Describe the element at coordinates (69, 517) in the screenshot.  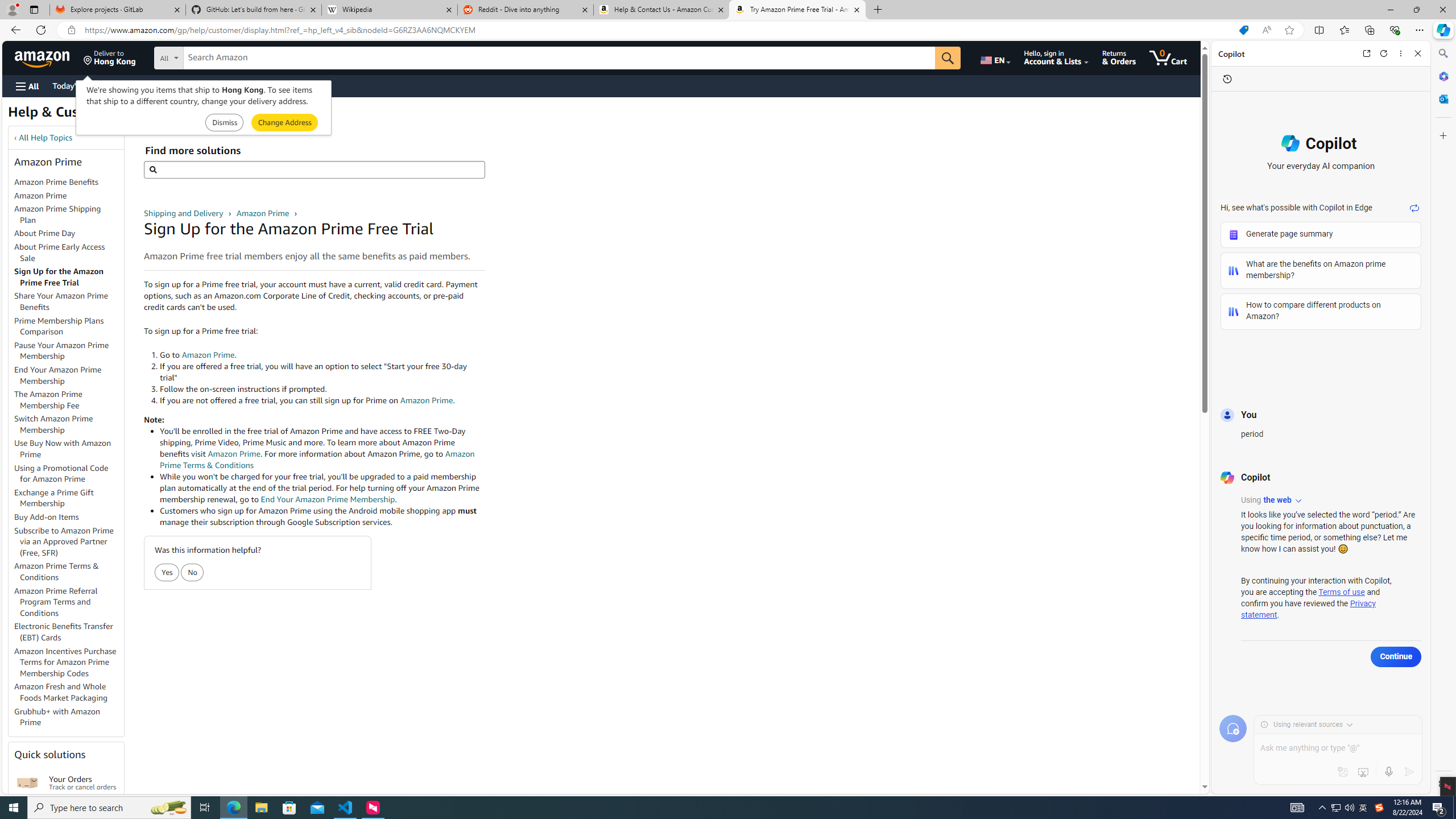
I see `'Buy Add-on Items'` at that location.